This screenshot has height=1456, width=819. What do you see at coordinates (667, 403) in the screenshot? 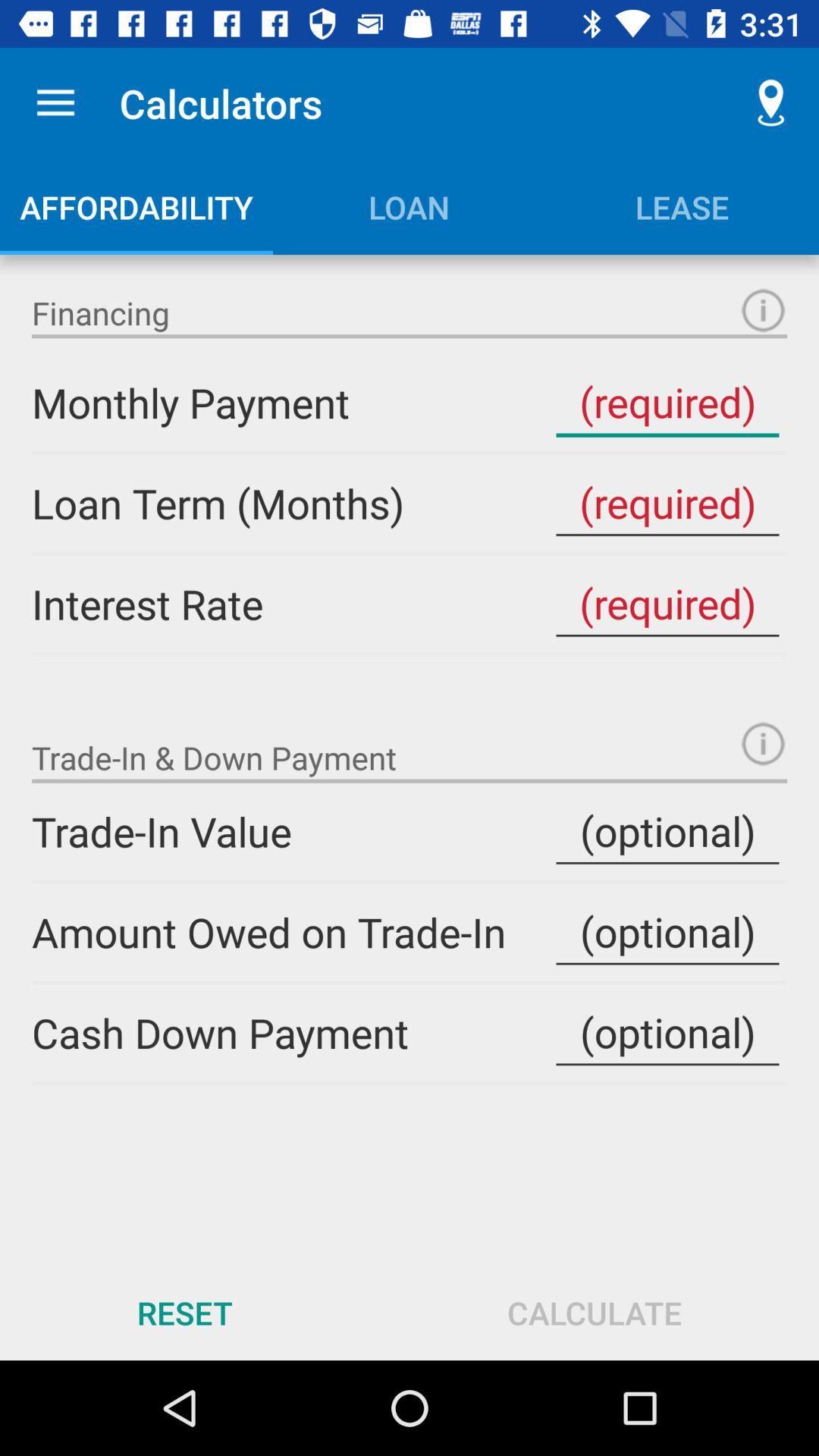
I see `input monthly payment amount` at bounding box center [667, 403].